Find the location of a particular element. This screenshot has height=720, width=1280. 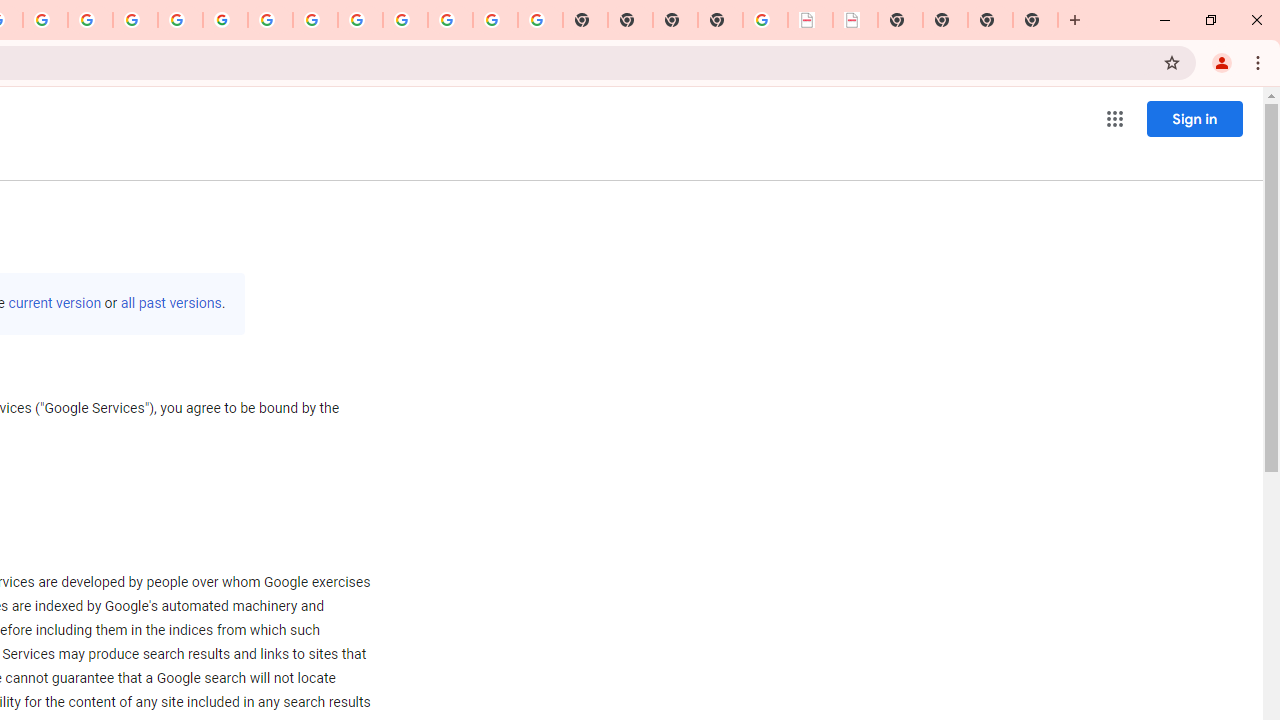

'New Tab' is located at coordinates (1035, 20).